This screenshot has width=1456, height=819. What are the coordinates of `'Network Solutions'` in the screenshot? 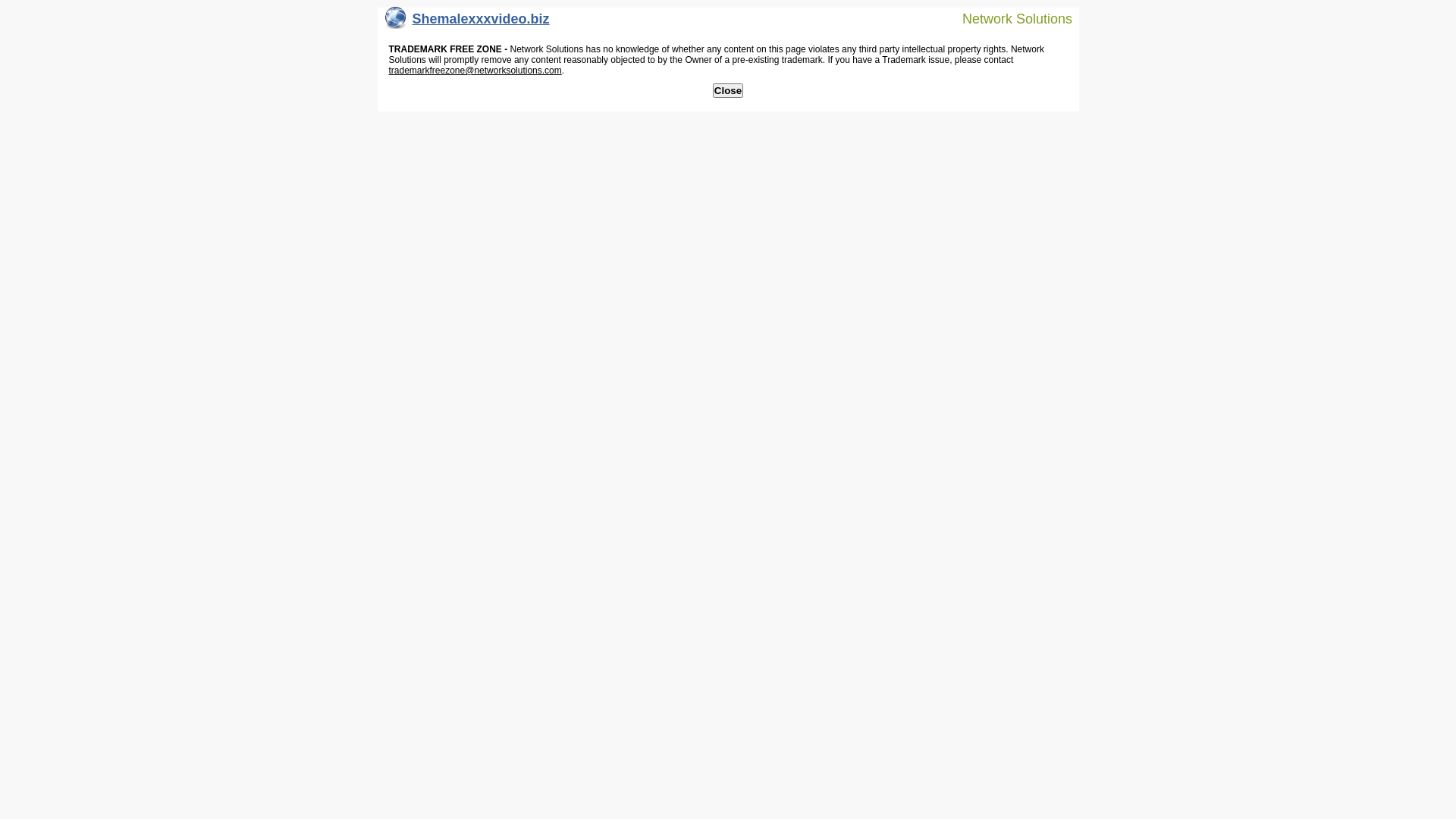 It's located at (1008, 17).